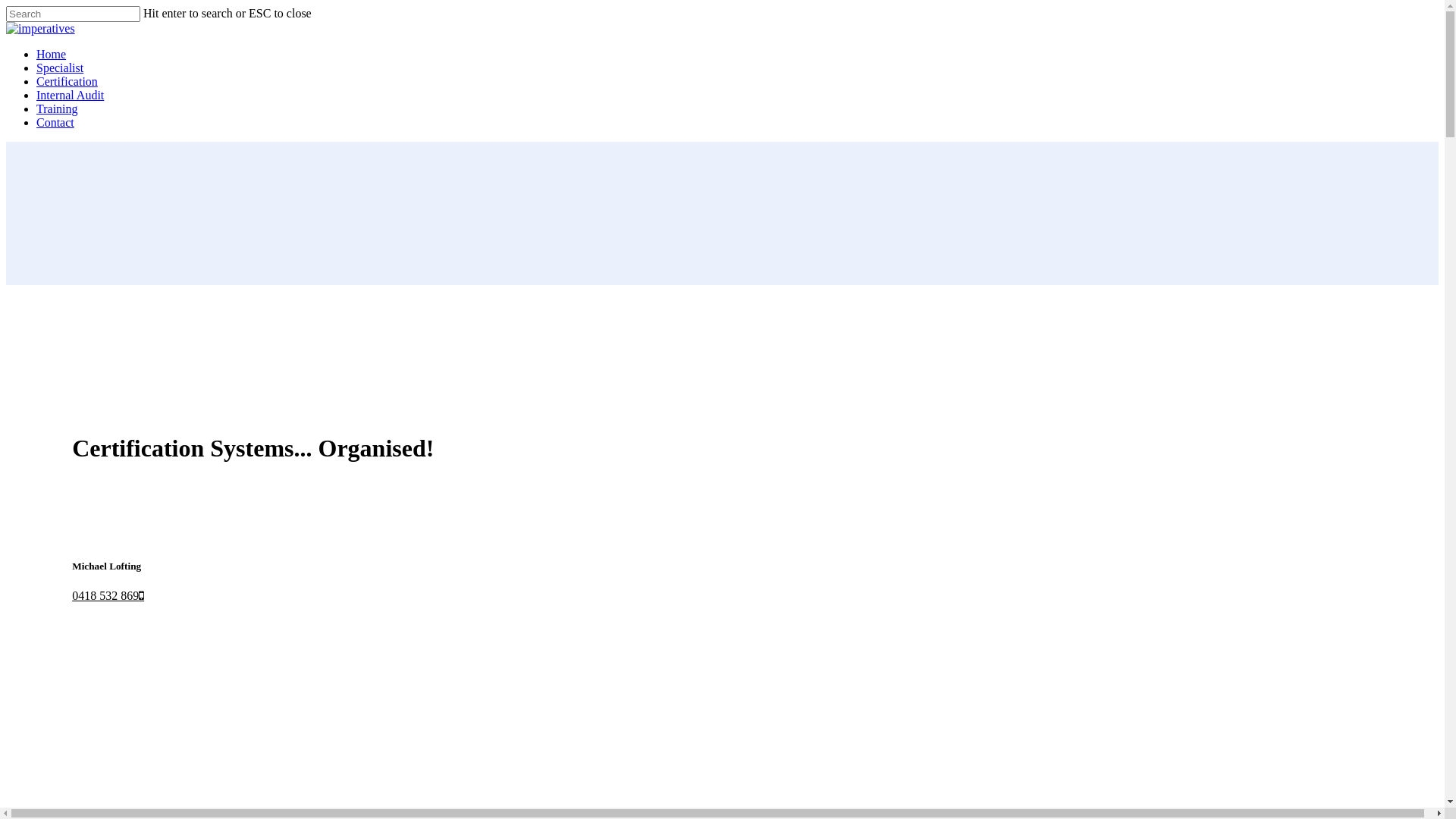  Describe the element at coordinates (36, 95) in the screenshot. I see `'Internal Audit'` at that location.